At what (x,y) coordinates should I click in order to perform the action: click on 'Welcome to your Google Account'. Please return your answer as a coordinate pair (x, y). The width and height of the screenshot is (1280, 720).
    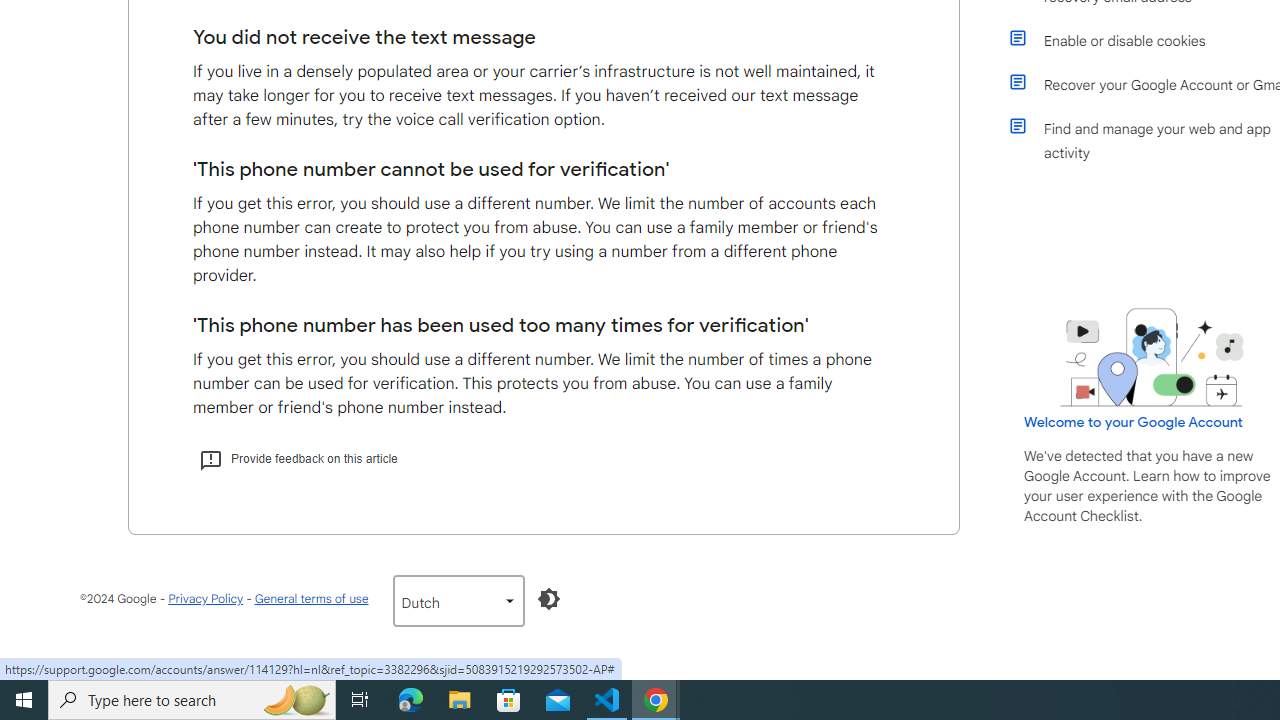
    Looking at the image, I should click on (1134, 421).